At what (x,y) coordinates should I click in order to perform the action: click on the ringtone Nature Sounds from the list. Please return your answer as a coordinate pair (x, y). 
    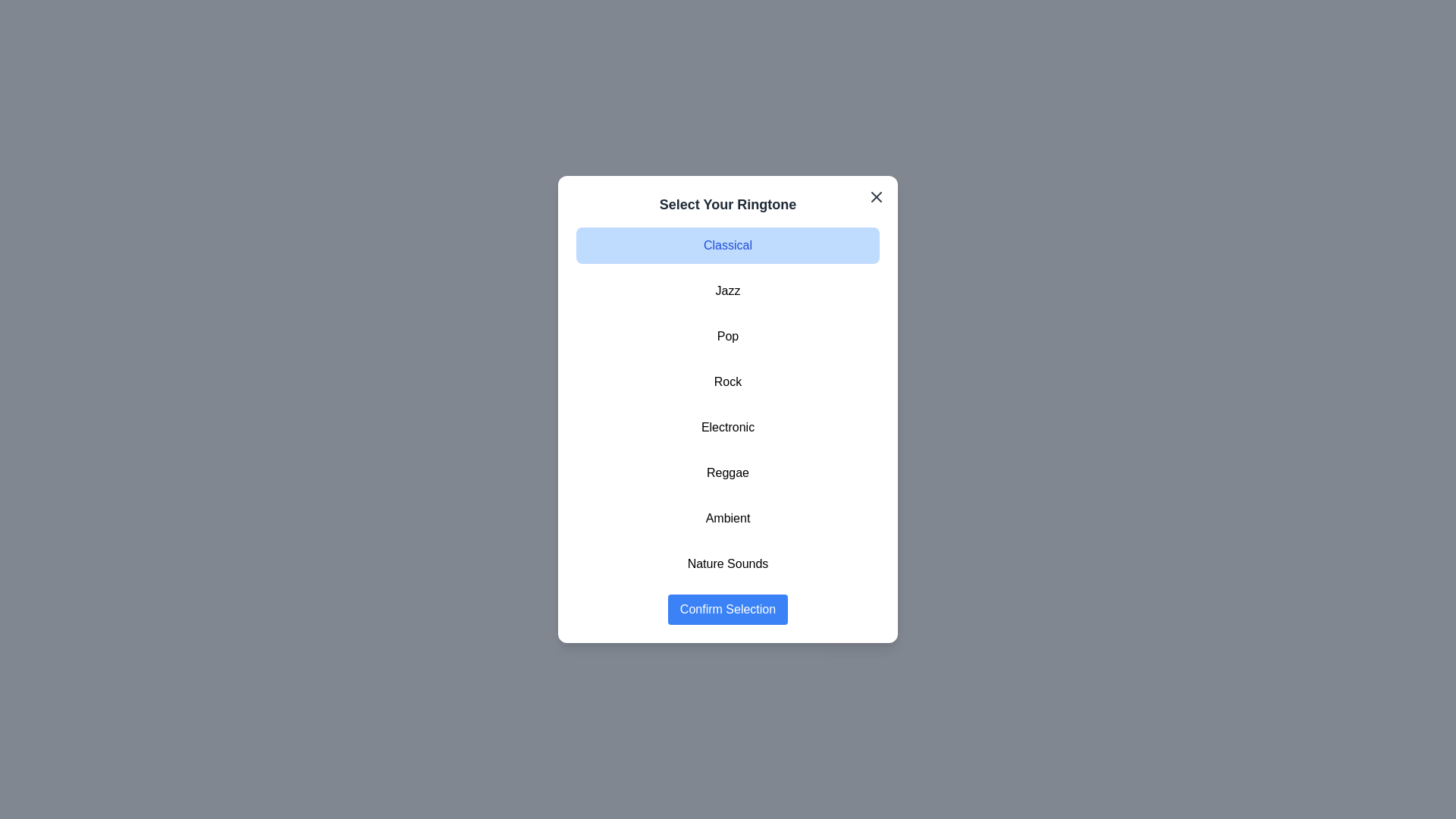
    Looking at the image, I should click on (728, 564).